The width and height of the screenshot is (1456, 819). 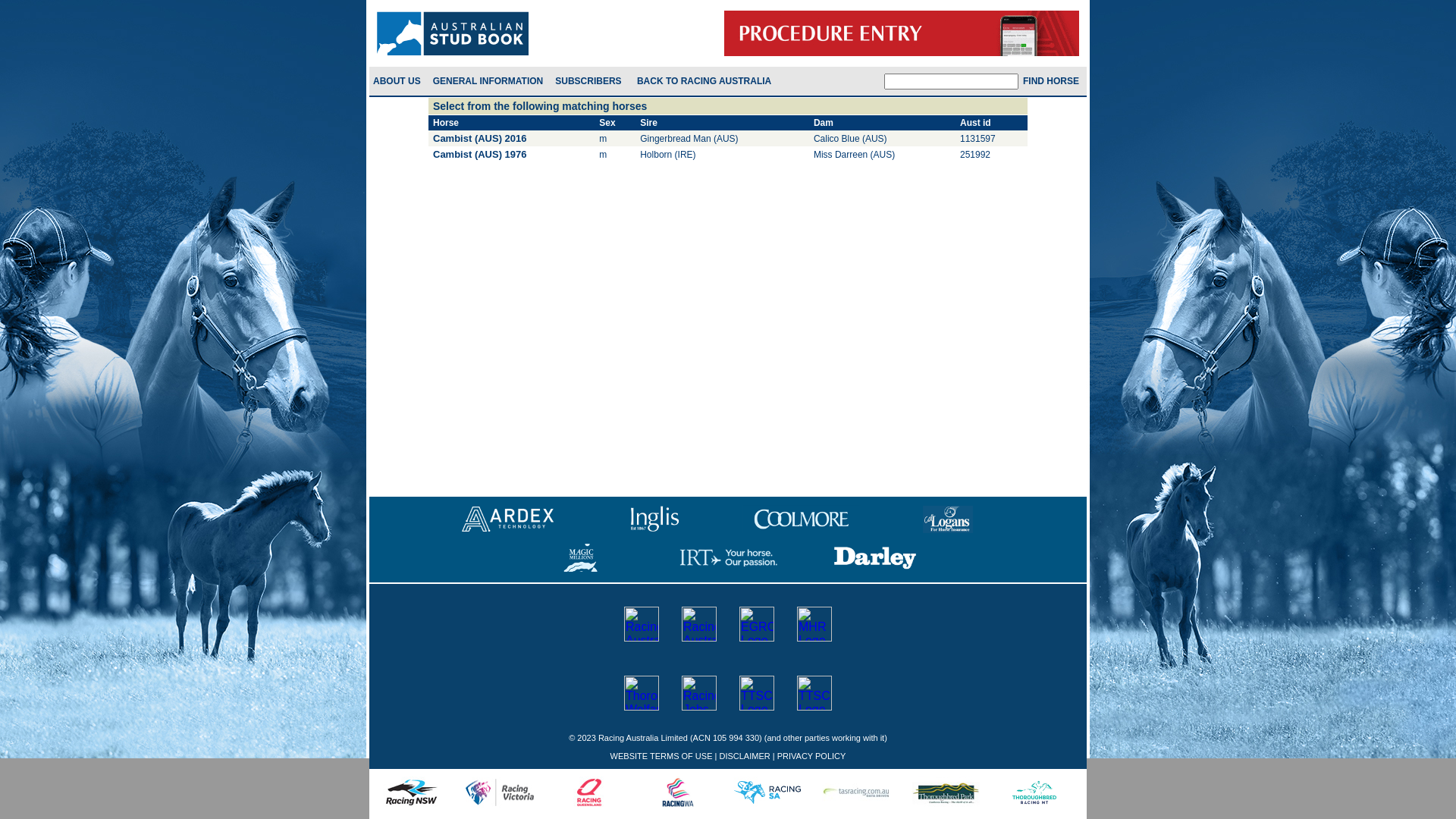 What do you see at coordinates (432, 138) in the screenshot?
I see `'Cambist (AUS) 2016'` at bounding box center [432, 138].